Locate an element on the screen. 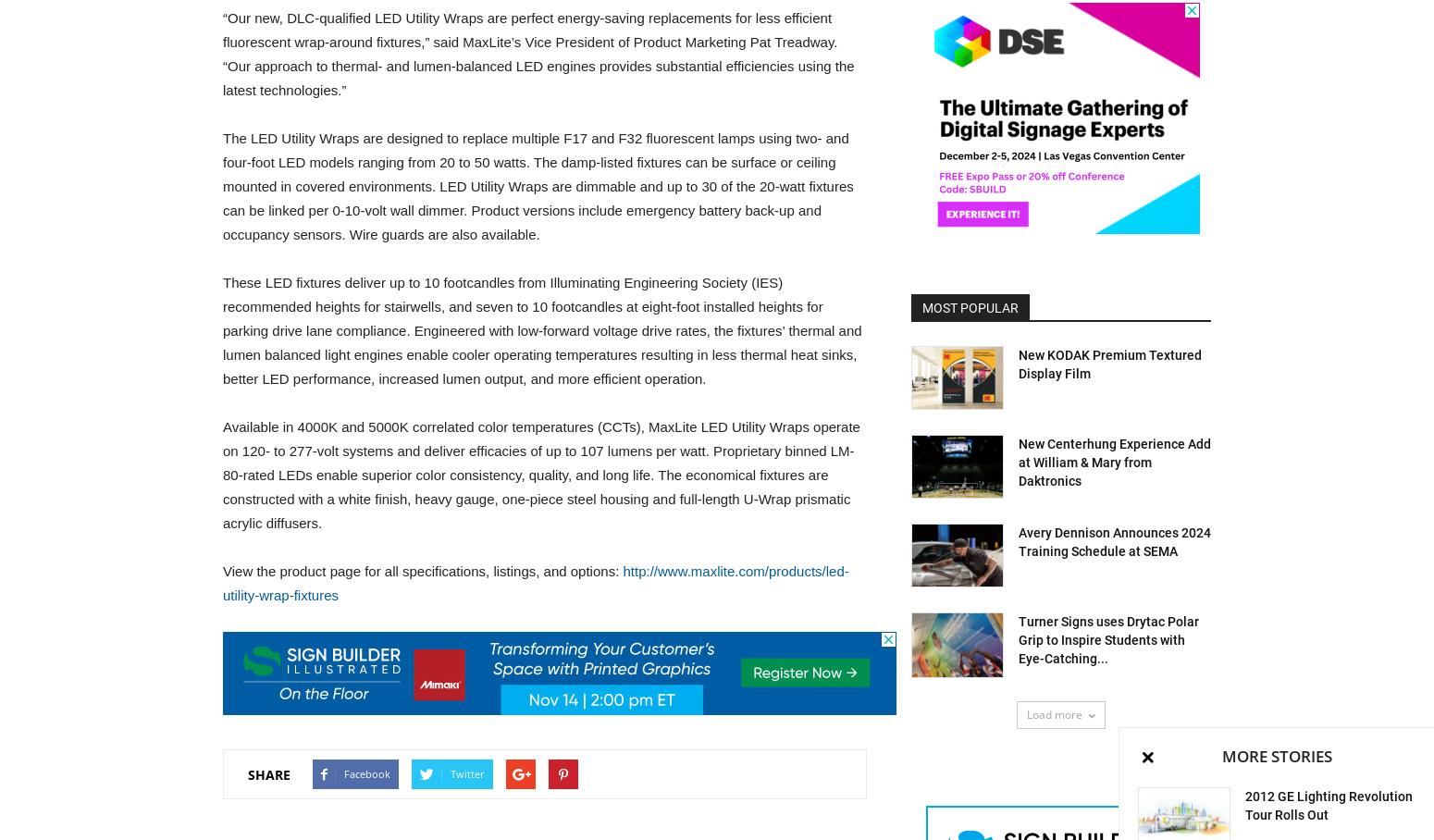  'View the product page for all specifications, listings, and options:' is located at coordinates (422, 570).